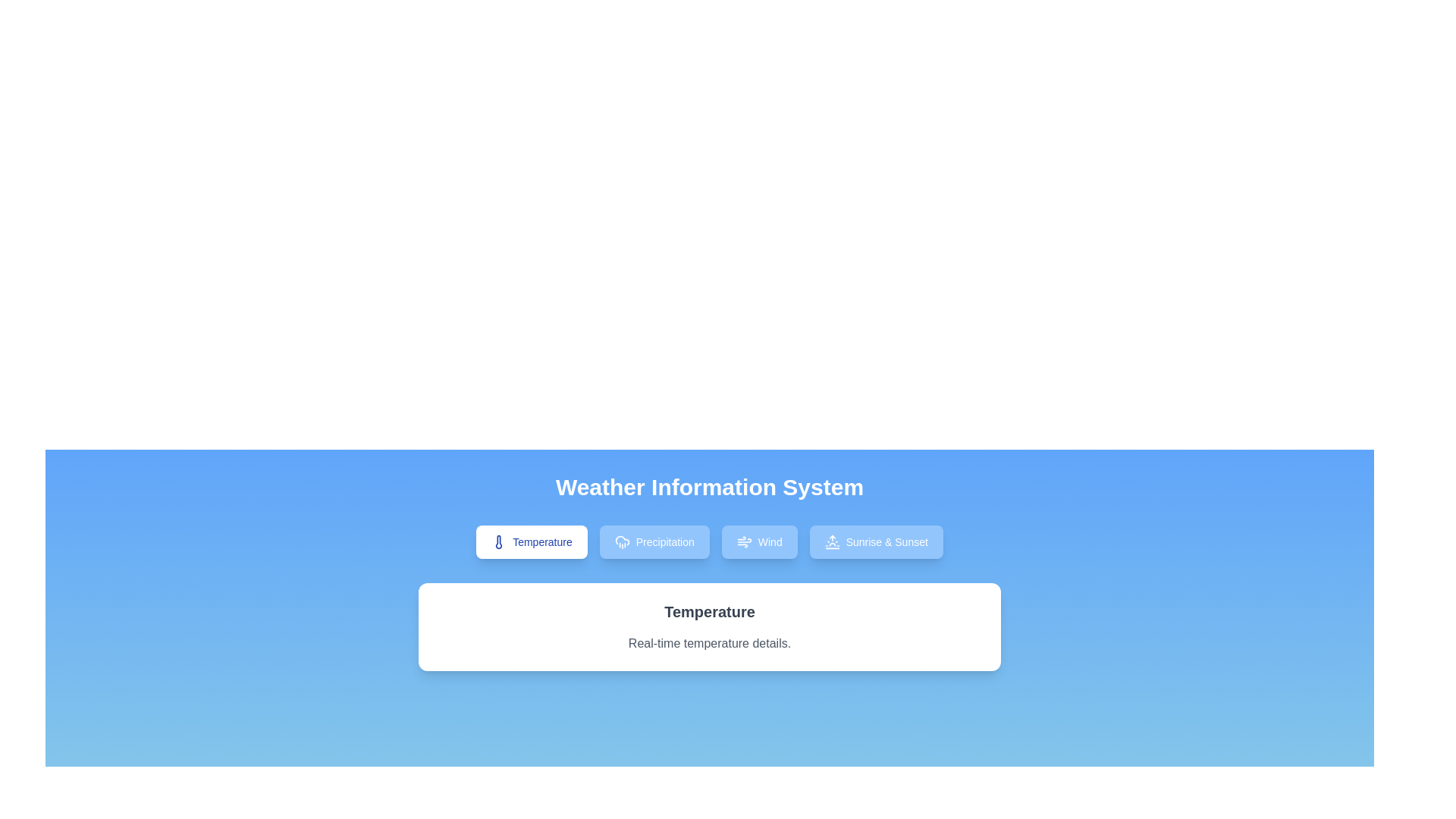 This screenshot has width=1456, height=819. What do you see at coordinates (759, 541) in the screenshot?
I see `the Wind tab by clicking the corresponding button` at bounding box center [759, 541].